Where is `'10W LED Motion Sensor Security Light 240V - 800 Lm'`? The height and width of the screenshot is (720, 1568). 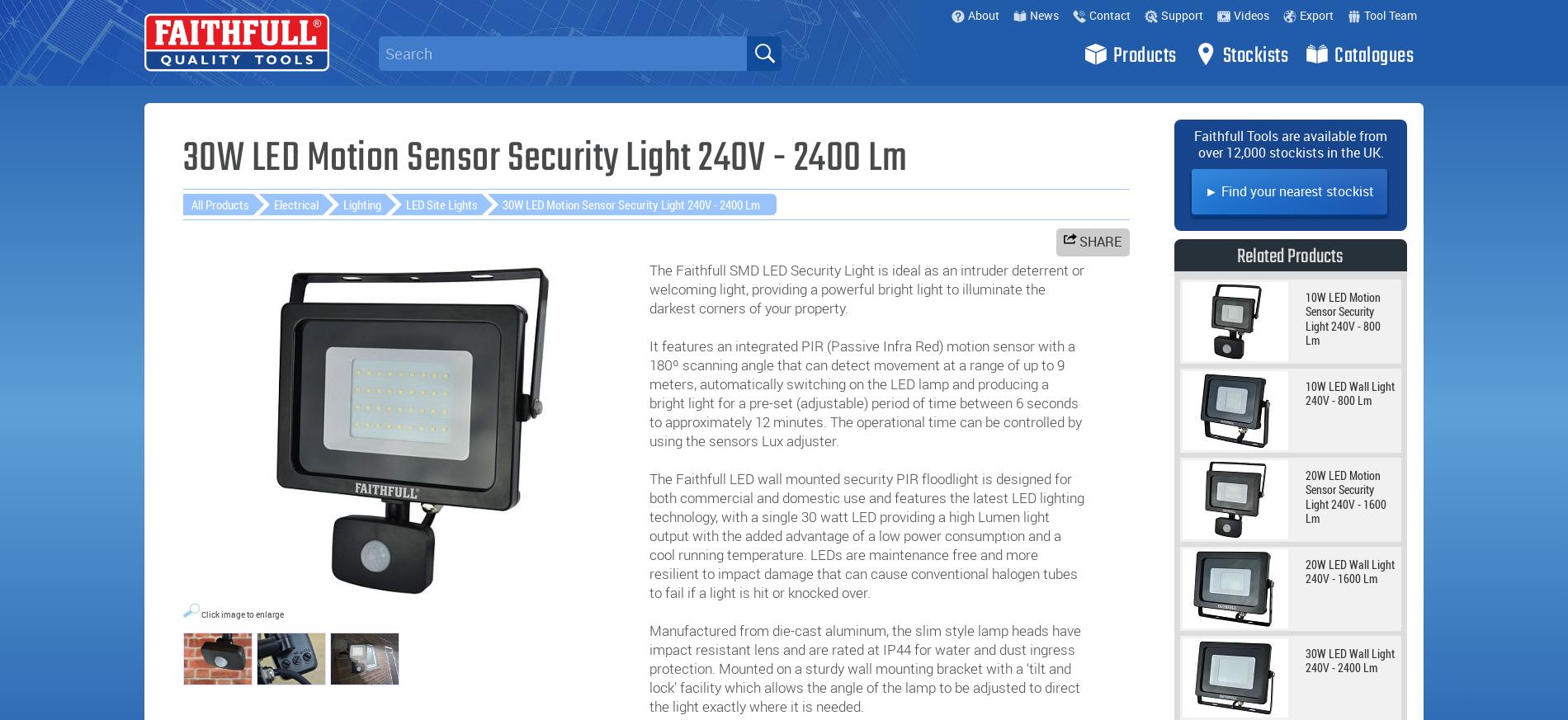 '10W LED Motion Sensor Security Light 240V - 800 Lm' is located at coordinates (1305, 318).